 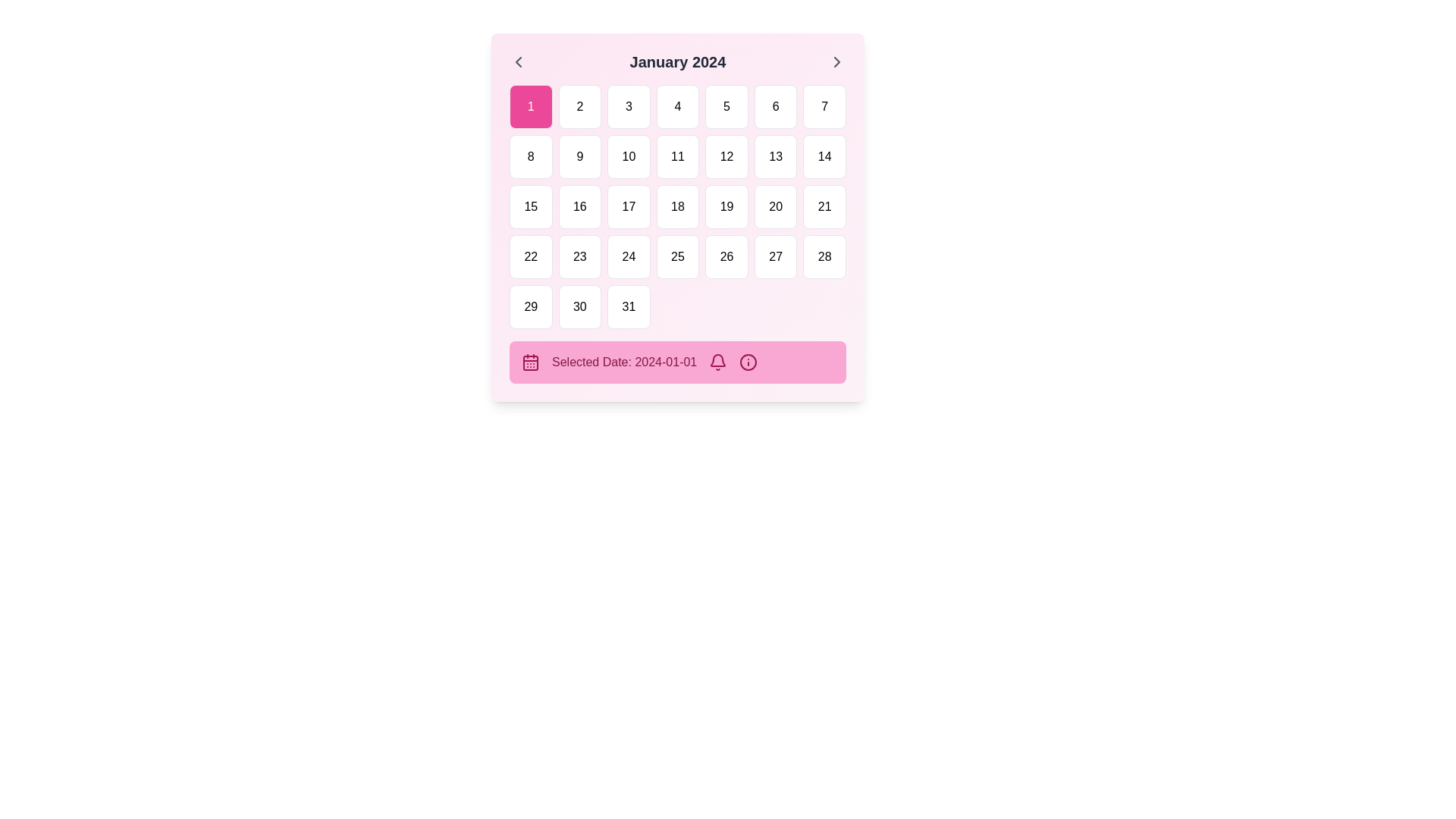 I want to click on the button displaying the number '5', which is part of the January 2024 calendar grid, so click(x=726, y=106).